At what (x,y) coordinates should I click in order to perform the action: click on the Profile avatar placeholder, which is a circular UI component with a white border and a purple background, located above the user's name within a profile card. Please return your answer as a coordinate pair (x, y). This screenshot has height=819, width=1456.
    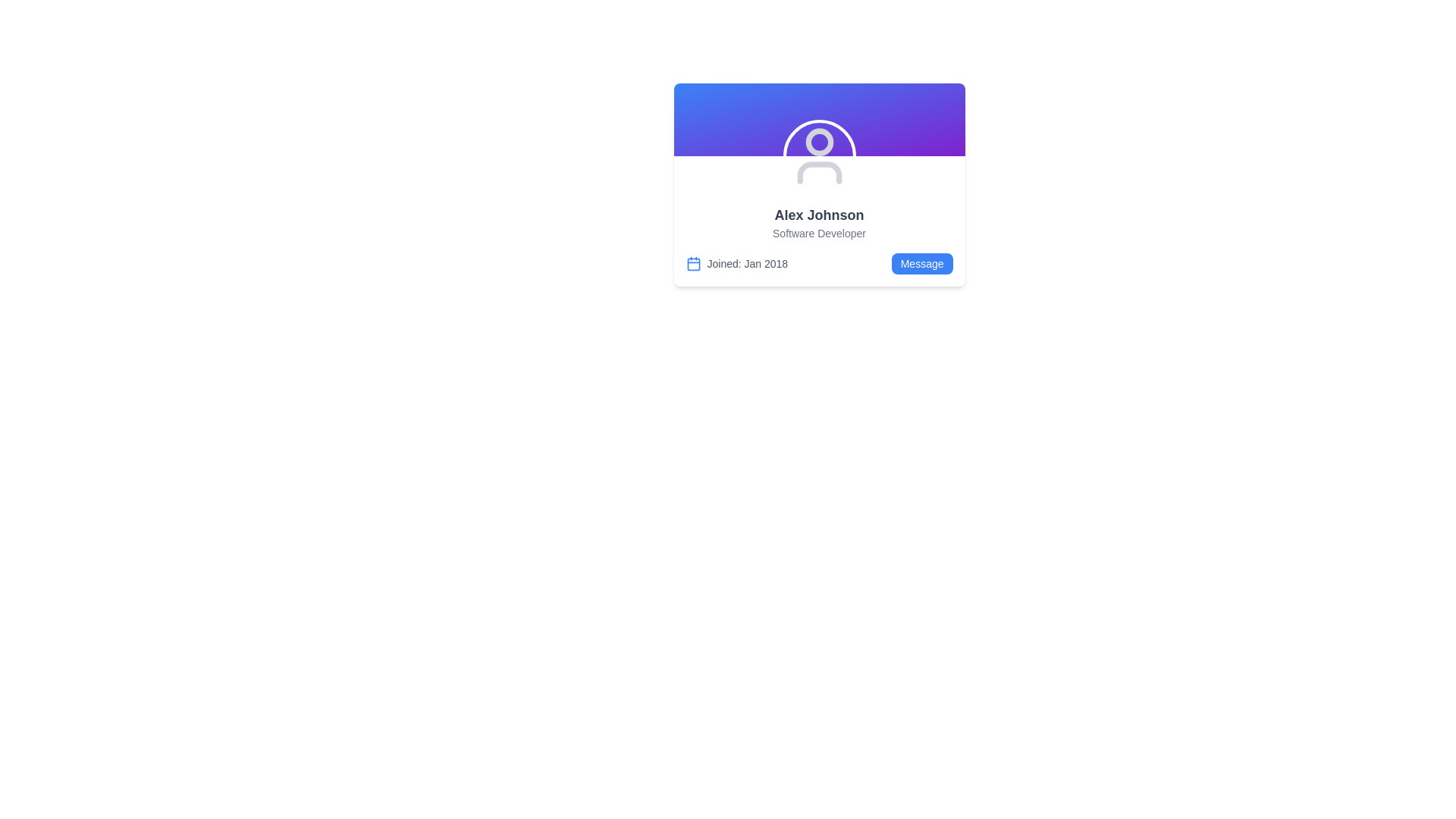
    Looking at the image, I should click on (818, 155).